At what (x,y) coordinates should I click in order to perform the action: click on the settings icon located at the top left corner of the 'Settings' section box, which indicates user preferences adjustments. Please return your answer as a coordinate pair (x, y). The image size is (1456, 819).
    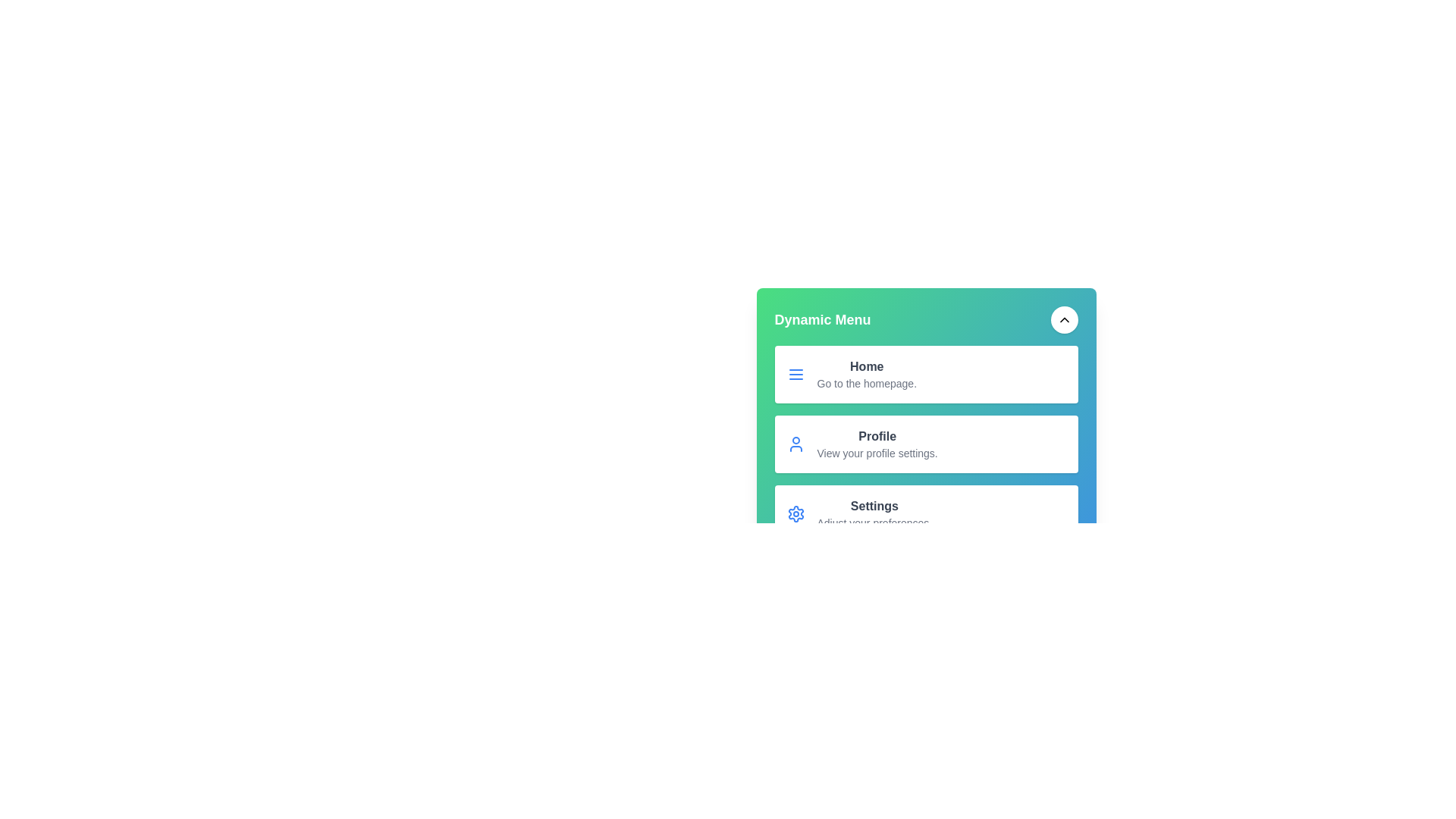
    Looking at the image, I should click on (795, 513).